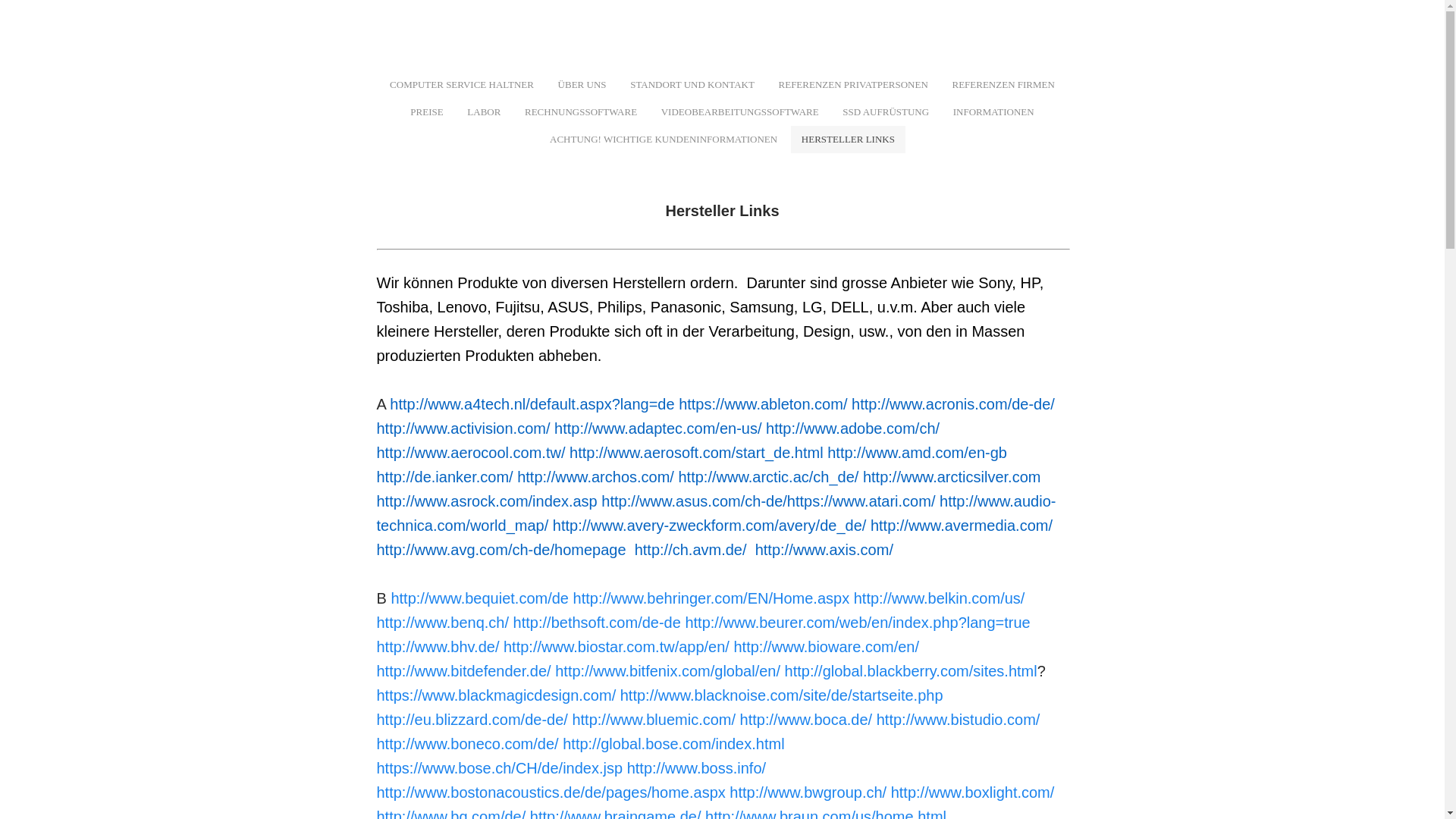 The image size is (1456, 819). I want to click on 'https://www.ableton.com/', so click(763, 403).